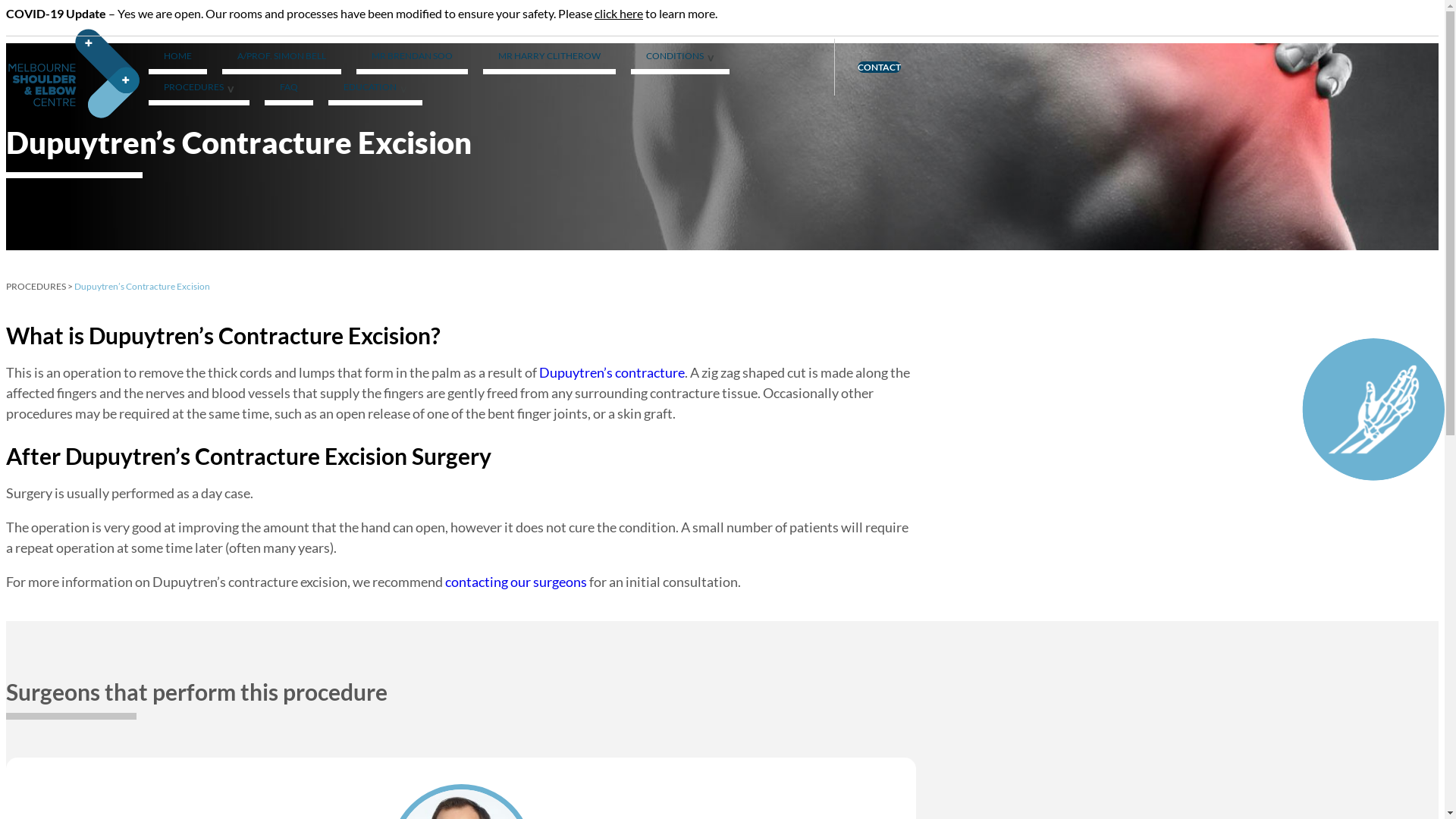 The width and height of the screenshot is (1456, 819). Describe the element at coordinates (288, 89) in the screenshot. I see `'FAQ'` at that location.